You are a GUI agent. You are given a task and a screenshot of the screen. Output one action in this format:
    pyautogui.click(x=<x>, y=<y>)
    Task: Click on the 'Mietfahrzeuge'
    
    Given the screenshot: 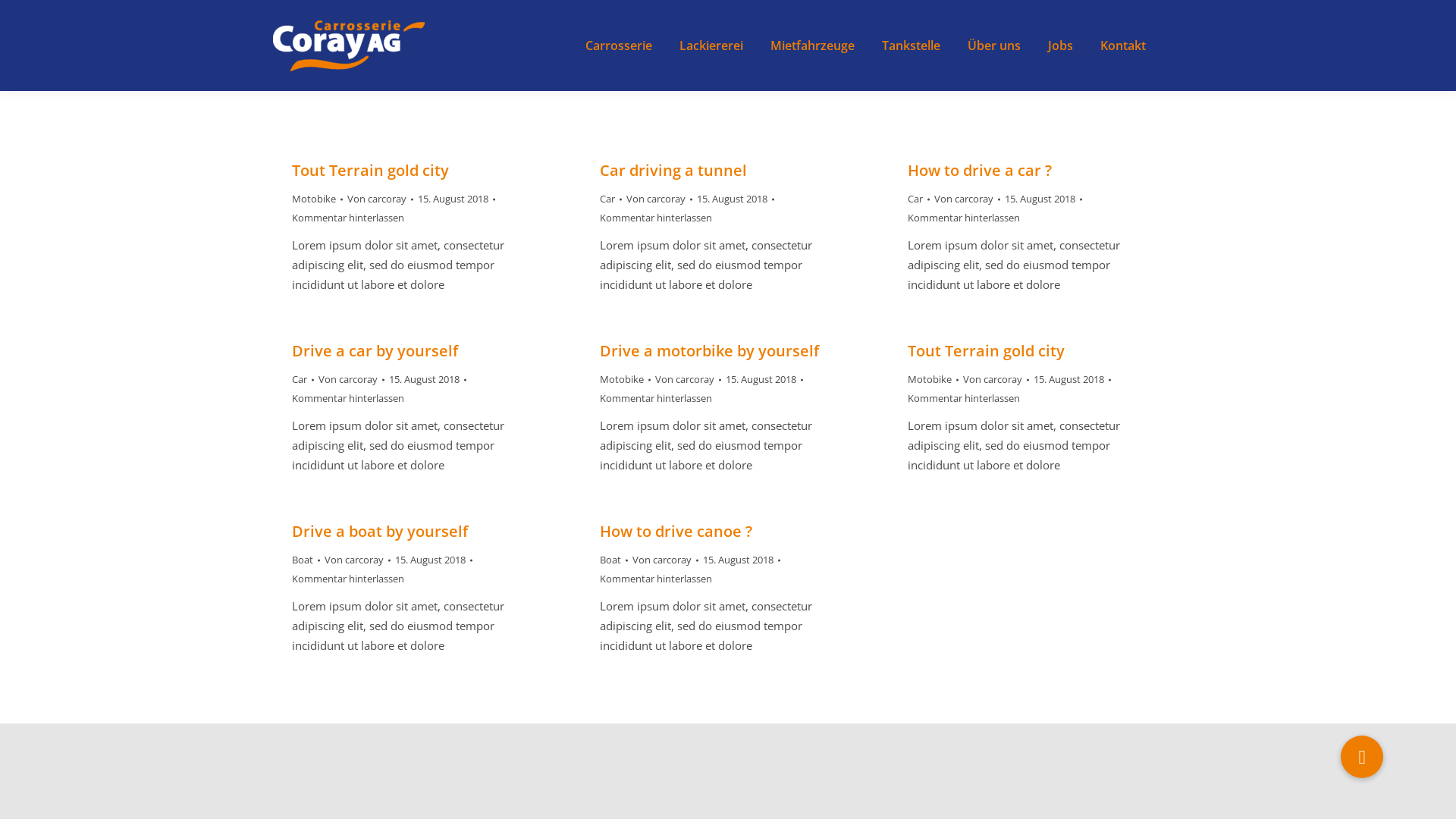 What is the action you would take?
    pyautogui.click(x=767, y=45)
    